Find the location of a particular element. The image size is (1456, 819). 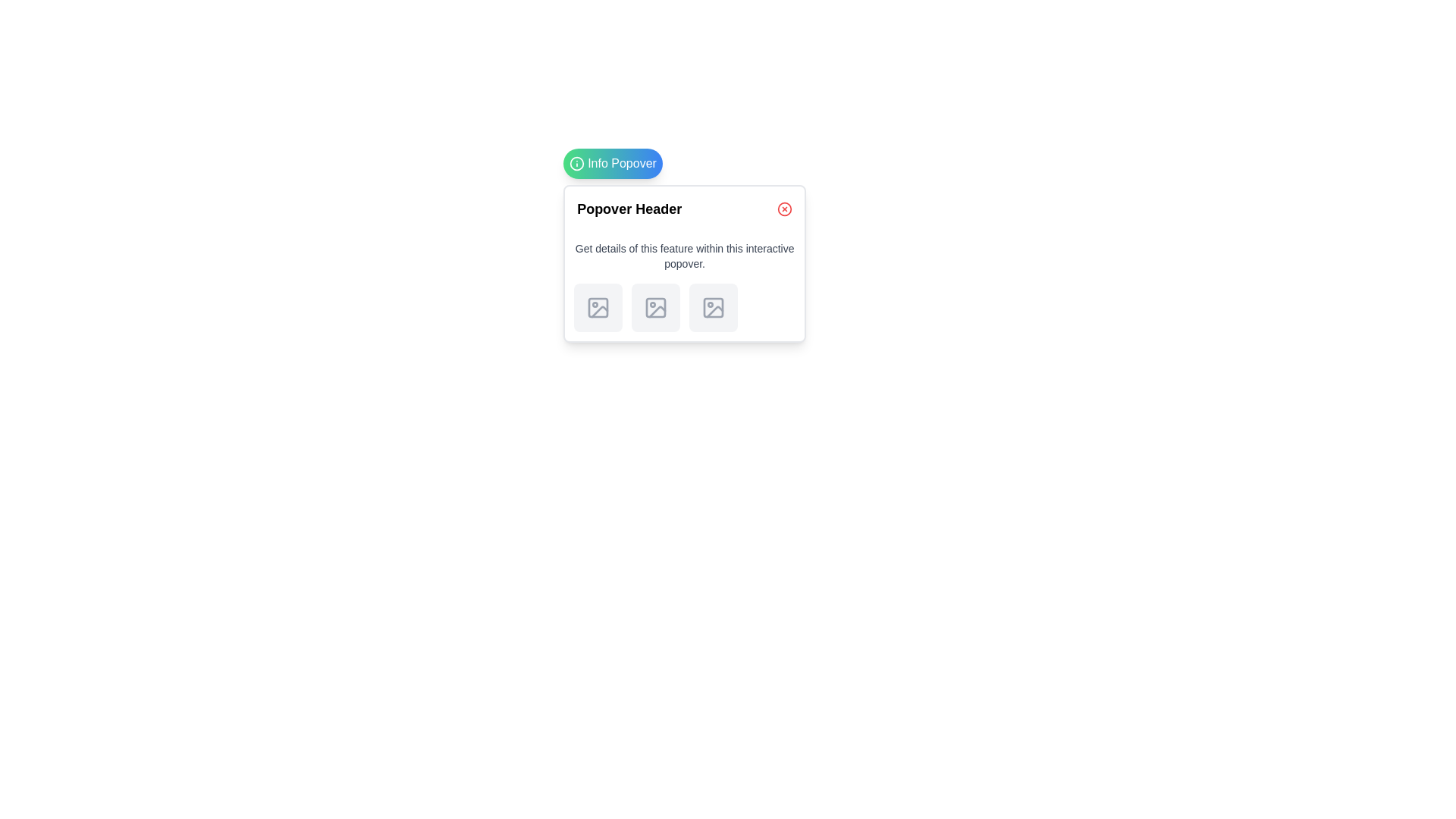

the image placeholders in the Popover panel that displays additional information related to the 'Info Popover' button is located at coordinates (684, 262).